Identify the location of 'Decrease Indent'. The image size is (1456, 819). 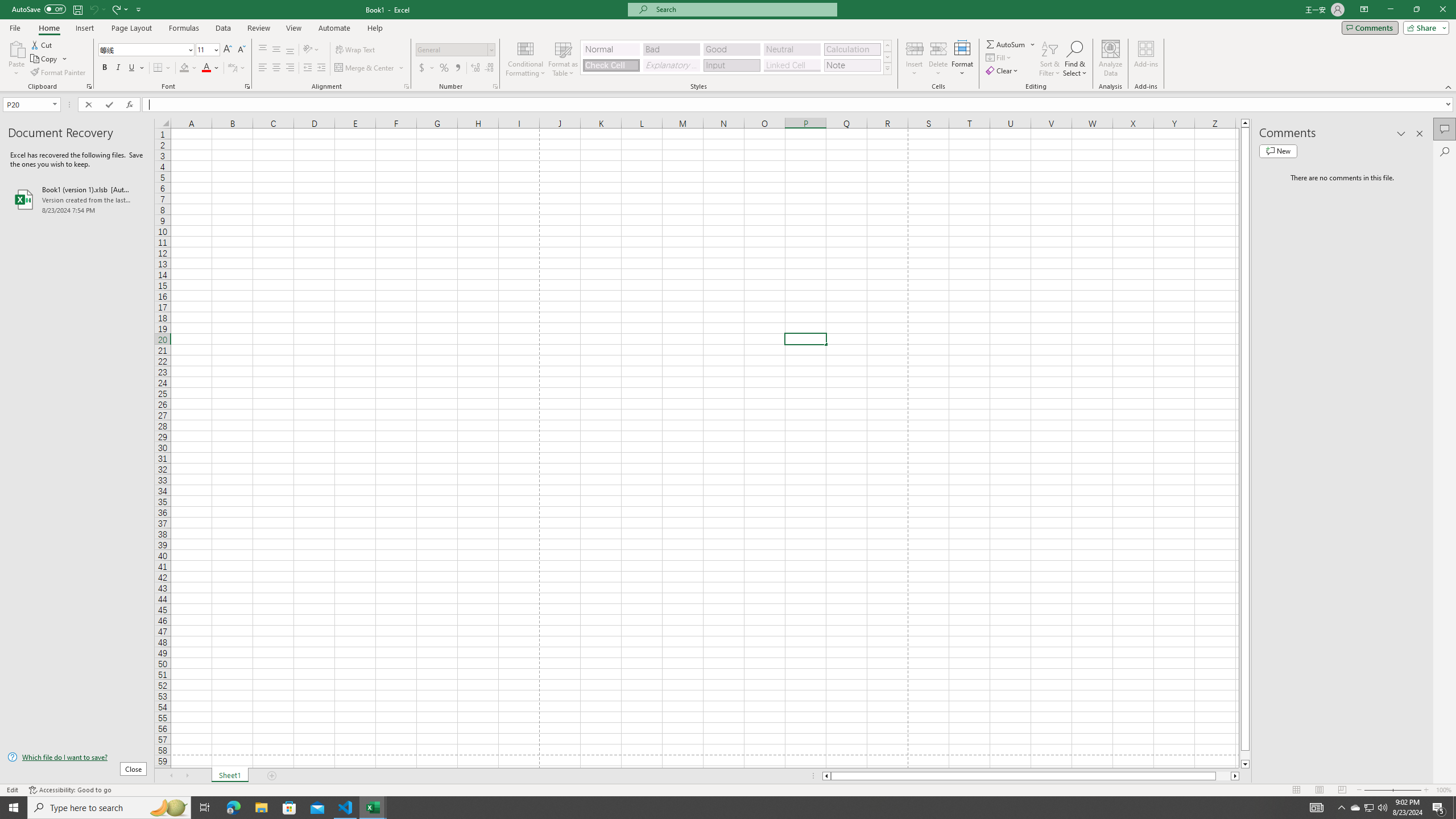
(308, 67).